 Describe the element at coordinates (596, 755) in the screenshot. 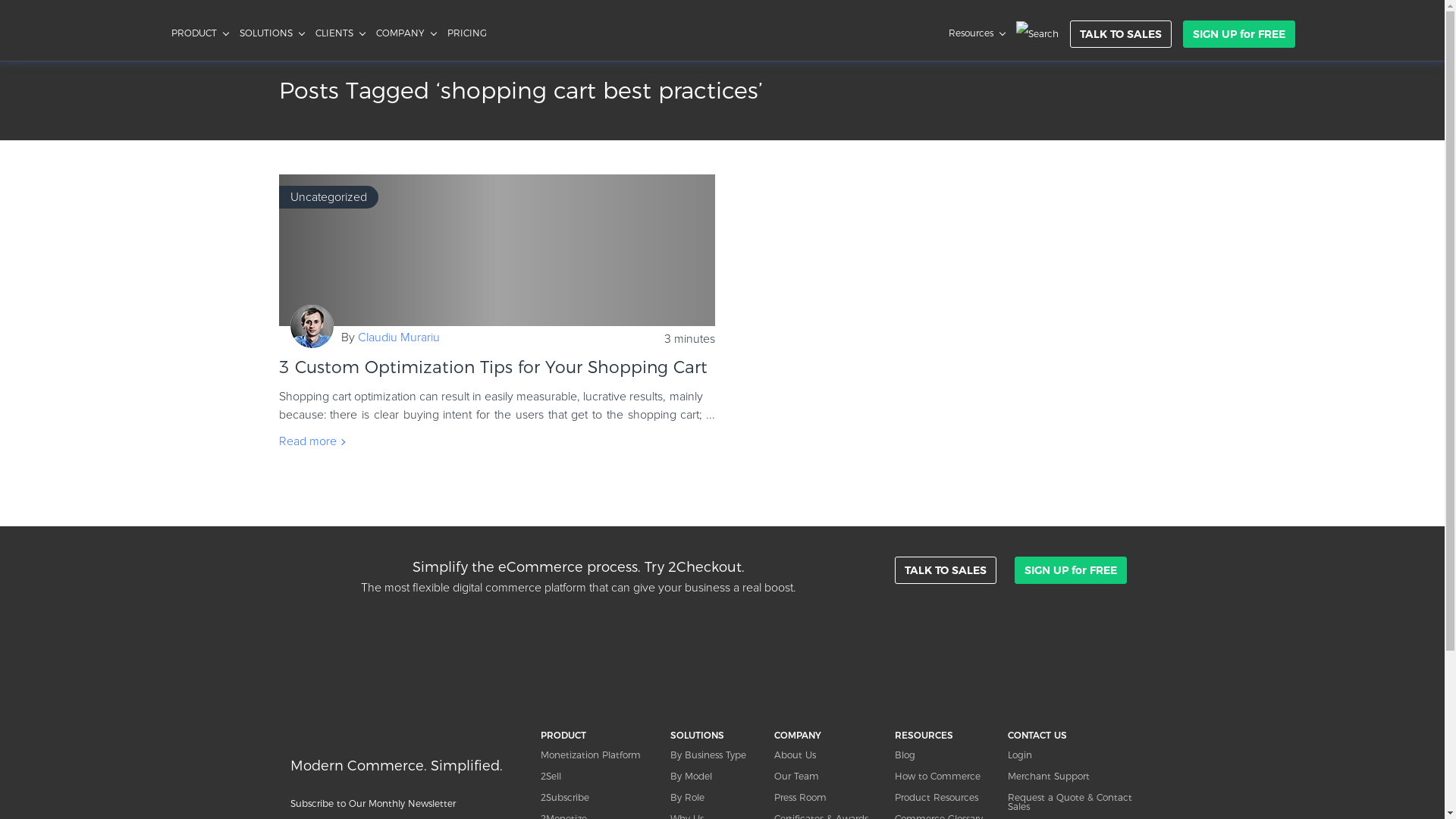

I see `'Monetization Platform'` at that location.